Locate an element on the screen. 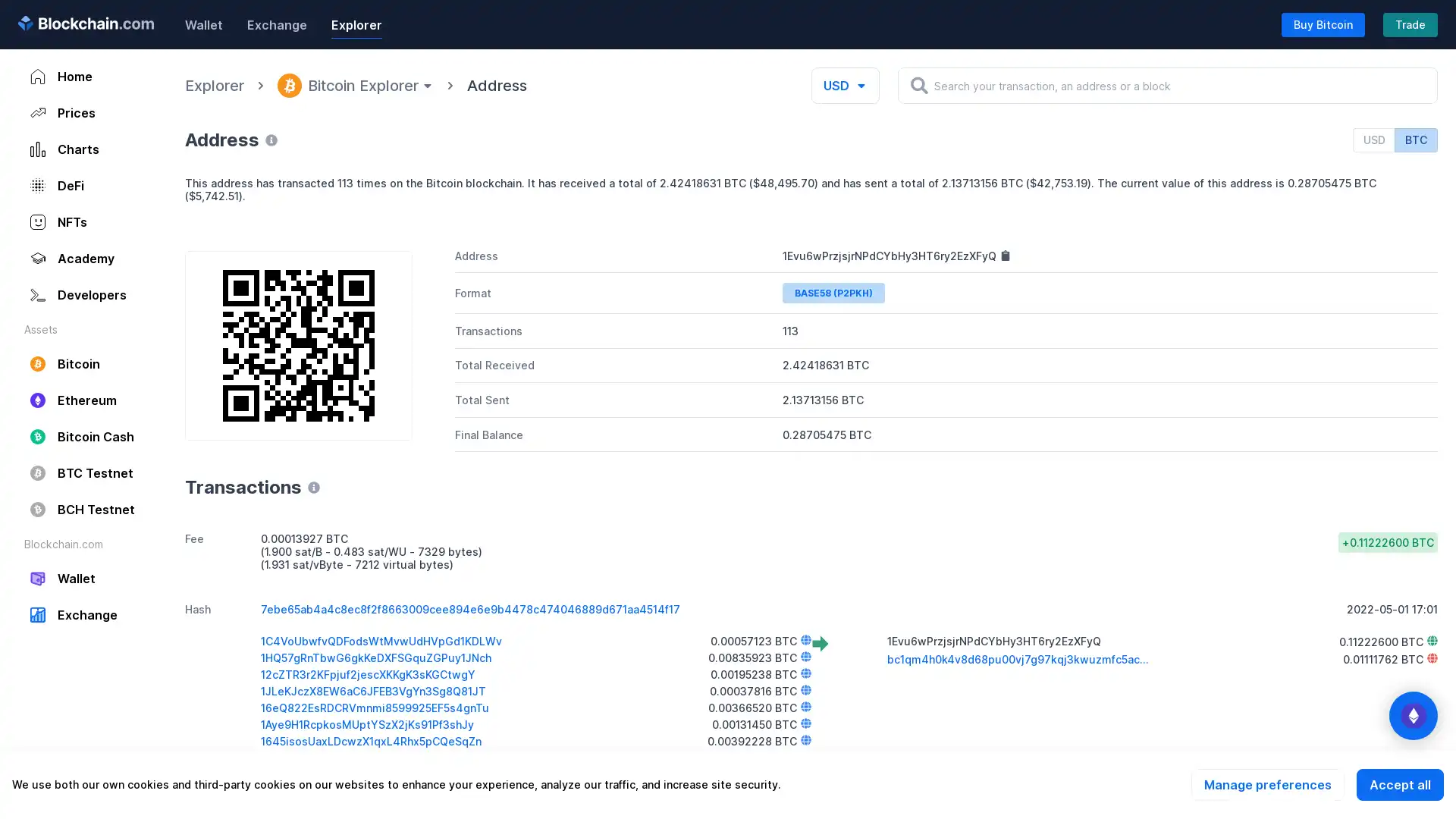 Image resolution: width=1456 pixels, height=819 pixels. Trade is located at coordinates (1410, 24).